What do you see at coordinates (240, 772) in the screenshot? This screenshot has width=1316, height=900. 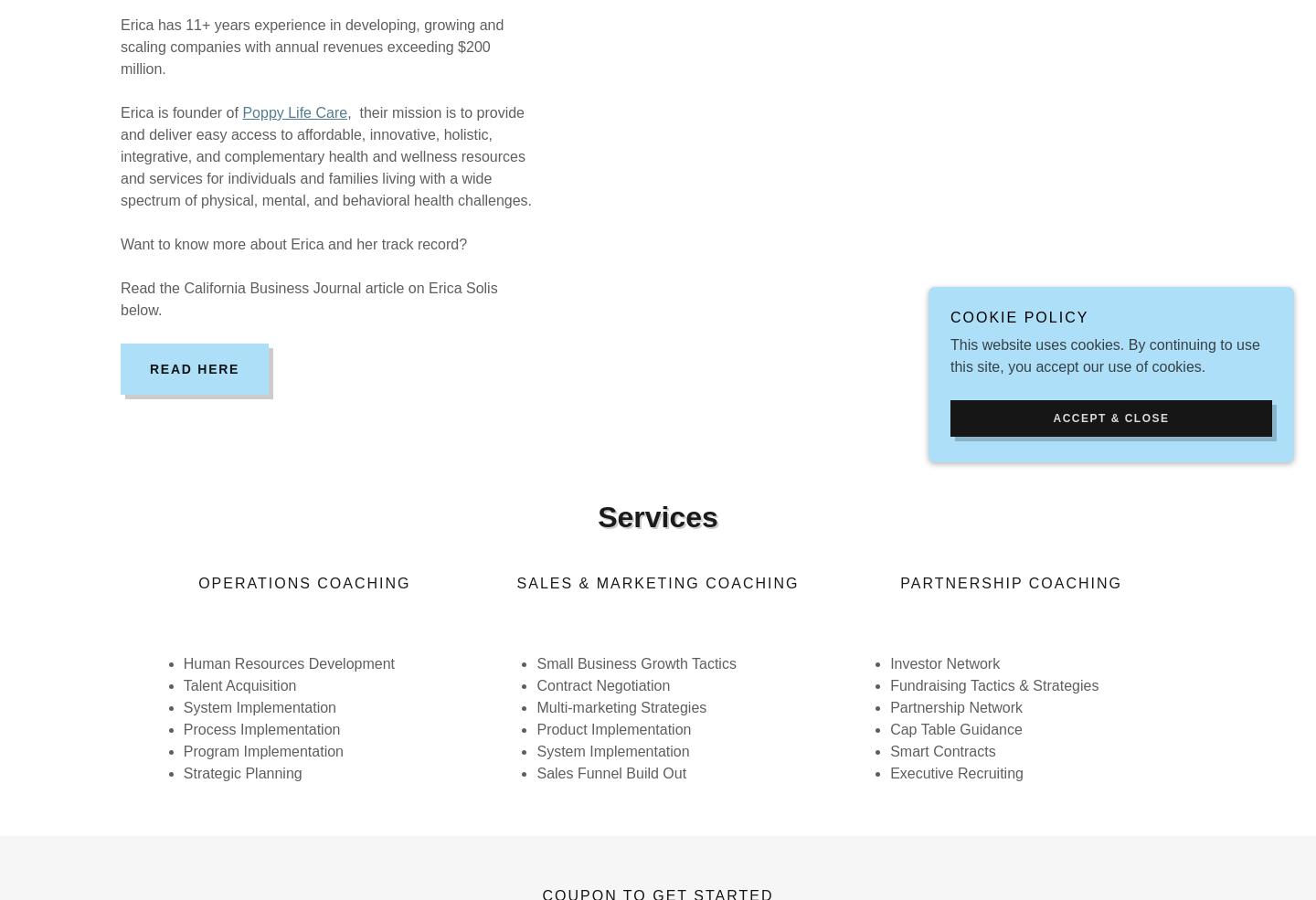 I see `'Strategic Planning'` at bounding box center [240, 772].